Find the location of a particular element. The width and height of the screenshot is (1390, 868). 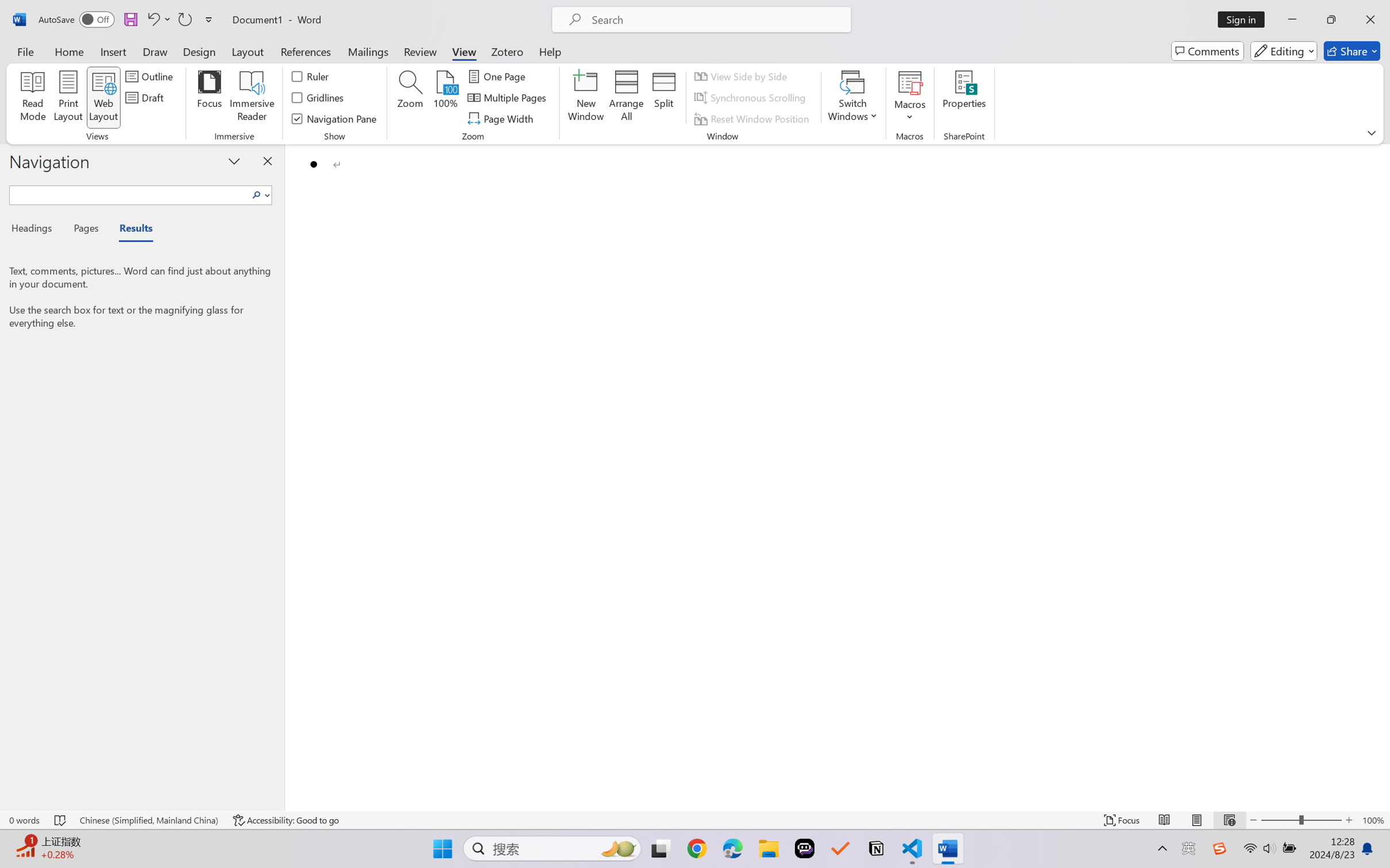

'Pages' is located at coordinates (84, 230).